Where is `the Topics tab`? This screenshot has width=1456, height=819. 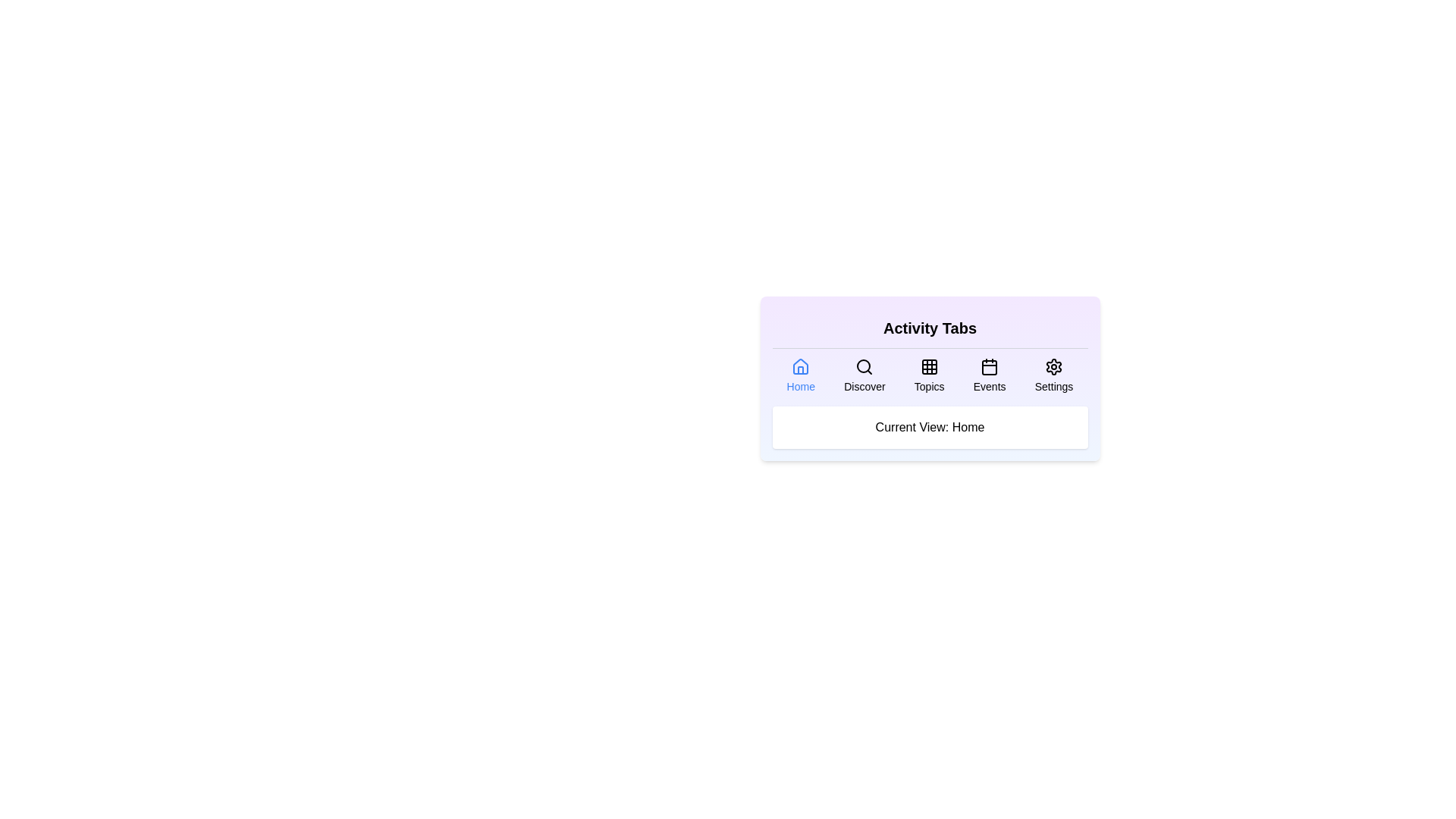
the Topics tab is located at coordinates (927, 375).